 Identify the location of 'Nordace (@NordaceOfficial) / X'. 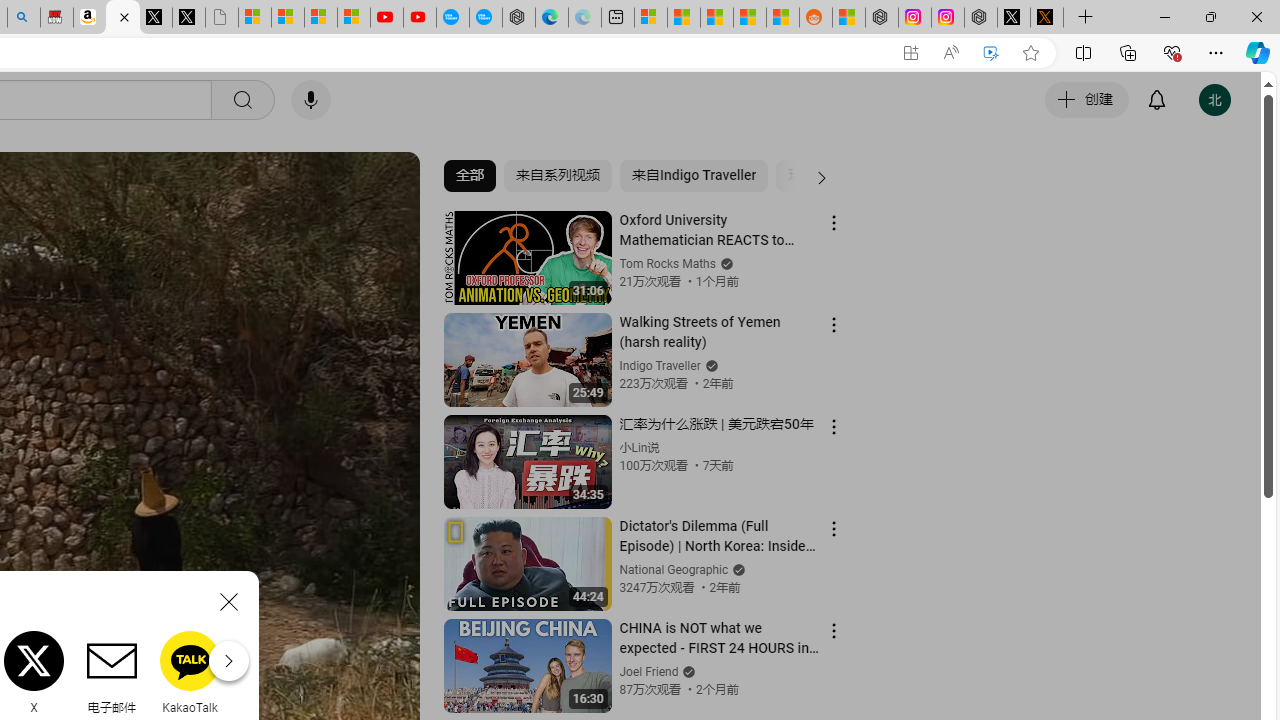
(1014, 17).